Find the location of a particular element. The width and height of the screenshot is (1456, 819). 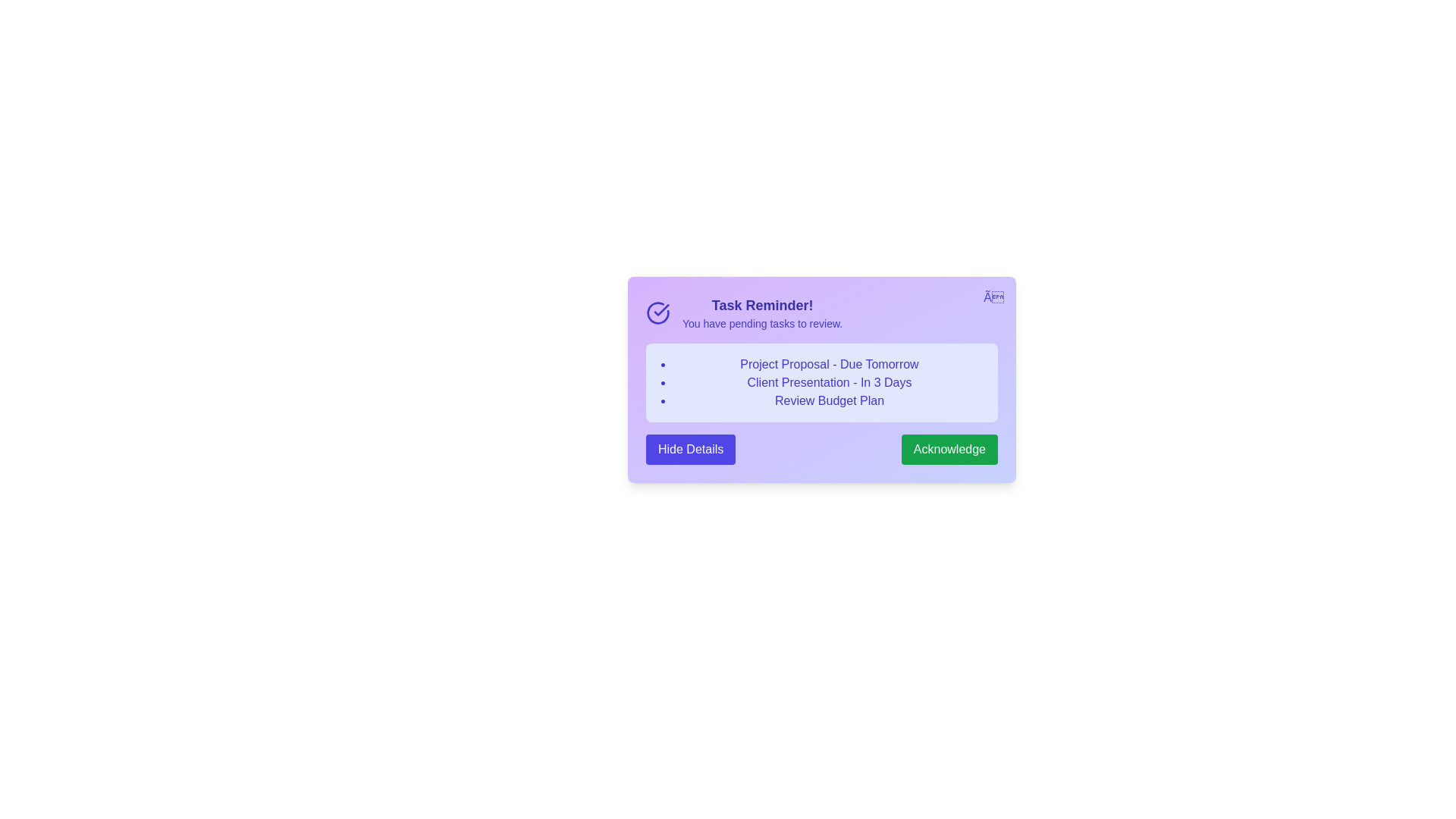

'Acknowledge' button to acknowledge the tasks is located at coordinates (949, 449).